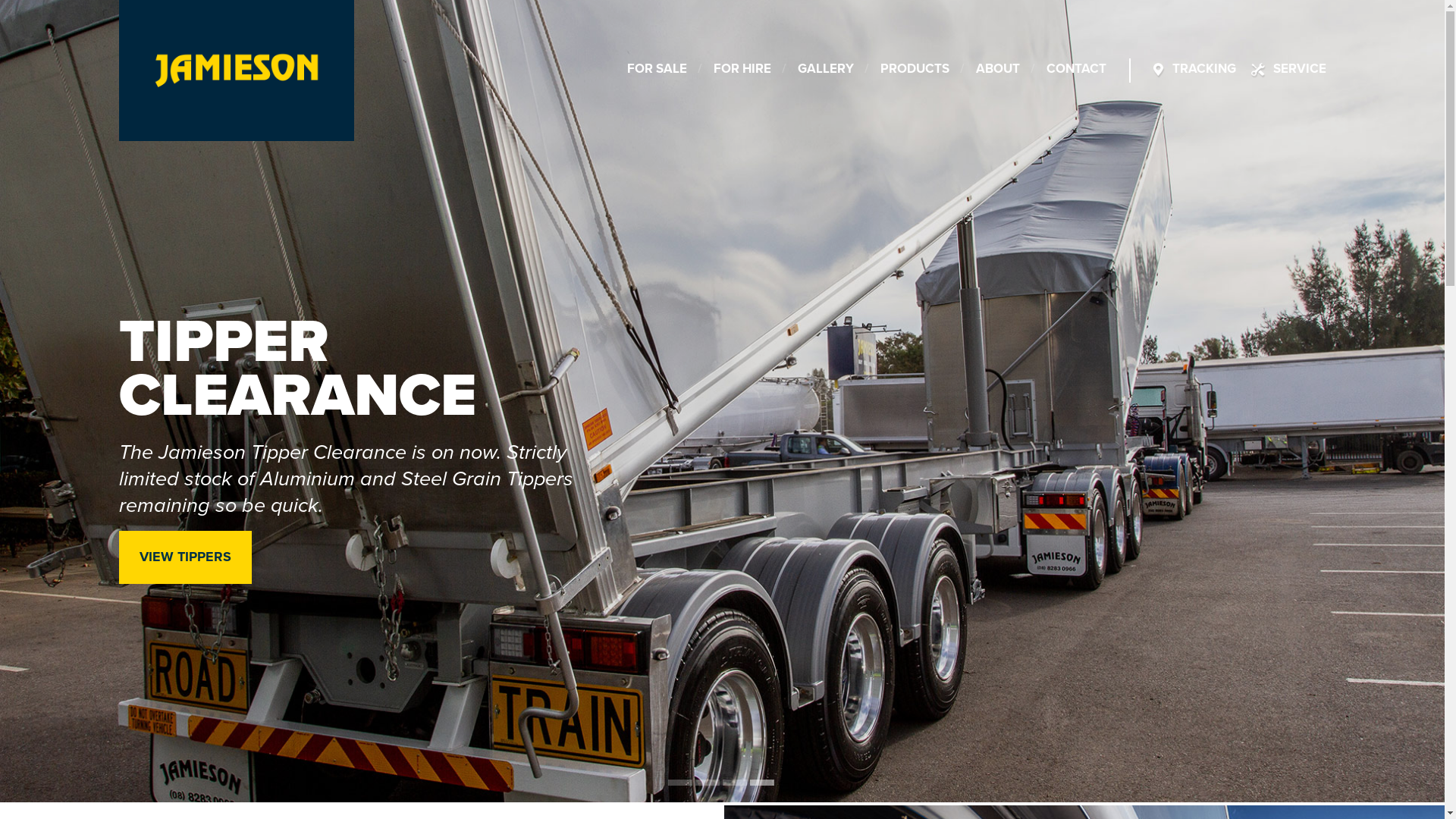  I want to click on 'FOR HIRE', so click(742, 70).